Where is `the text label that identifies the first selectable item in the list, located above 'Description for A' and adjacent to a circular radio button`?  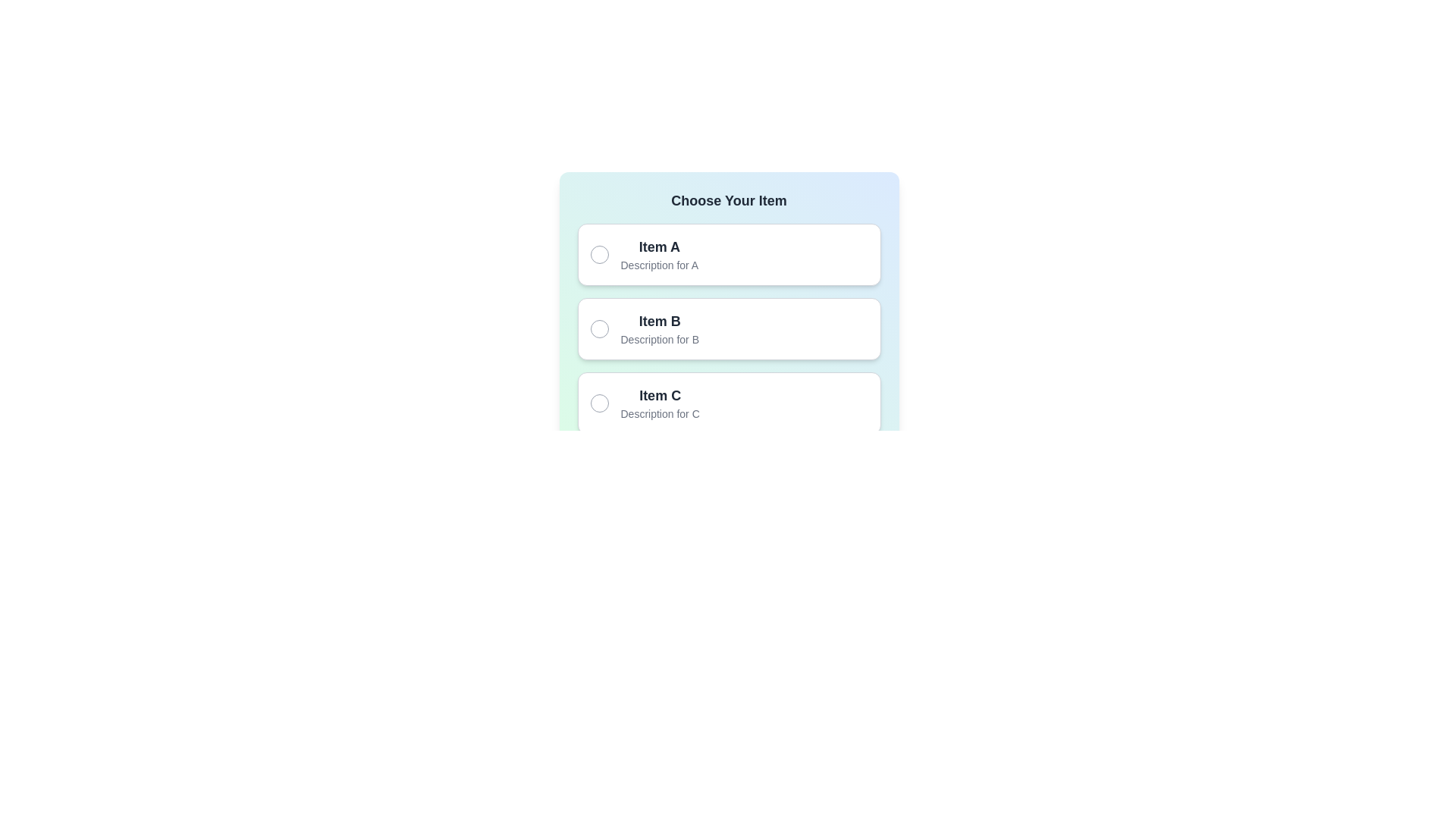 the text label that identifies the first selectable item in the list, located above 'Description for A' and adjacent to a circular radio button is located at coordinates (659, 246).